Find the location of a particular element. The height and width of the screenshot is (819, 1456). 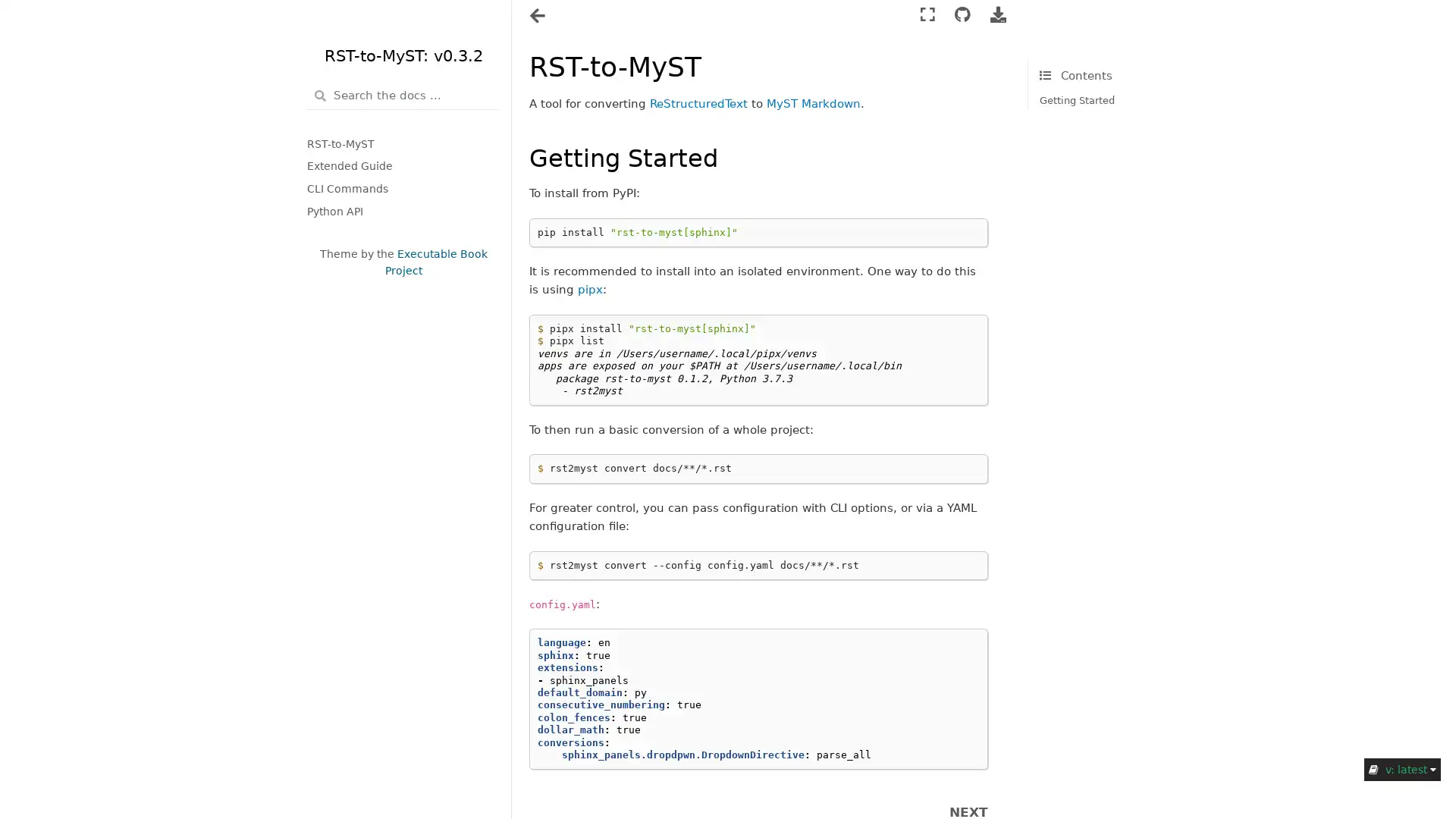

Connect with source repository is located at coordinates (961, 15).